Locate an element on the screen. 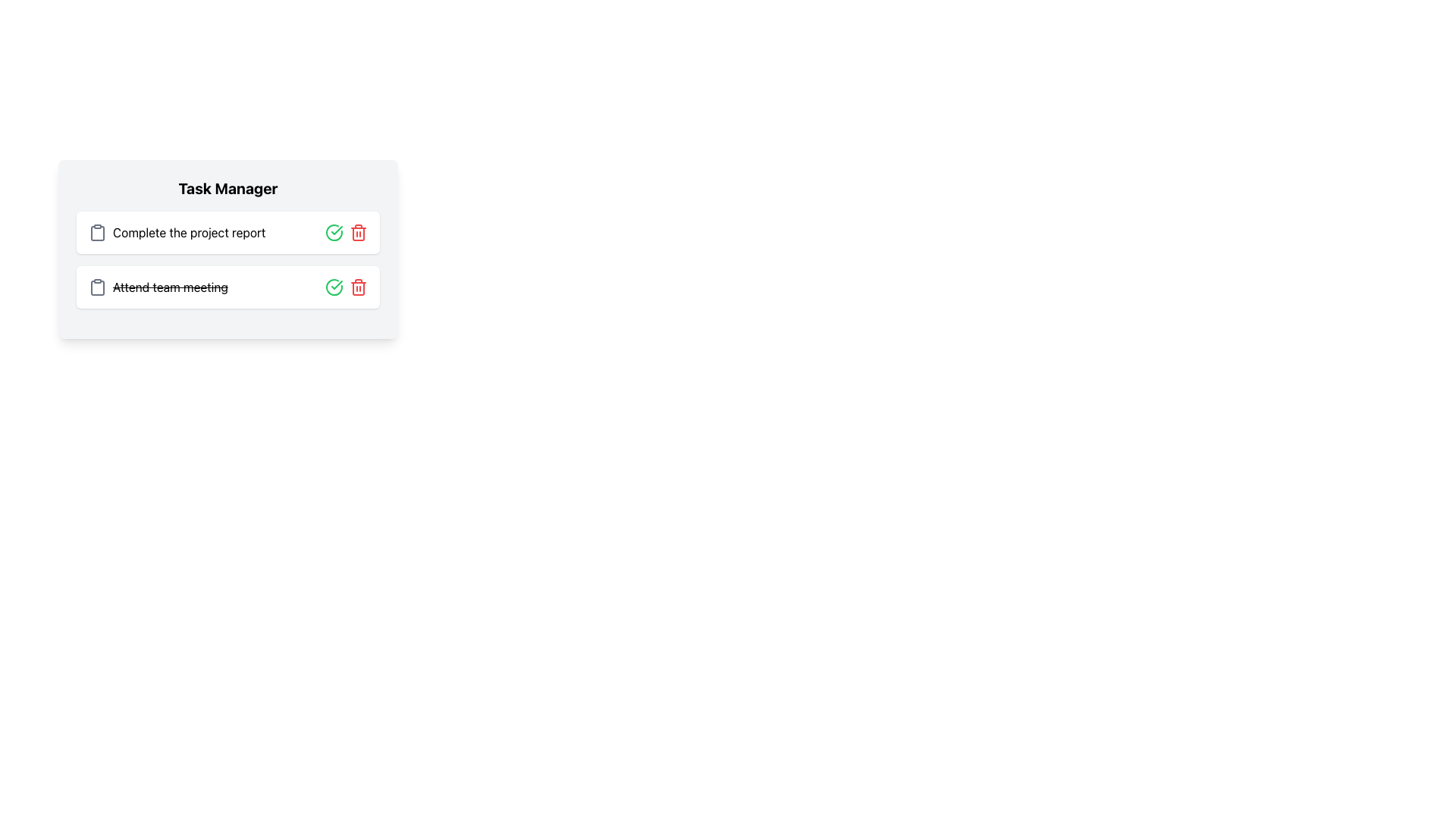 The image size is (1456, 819). task description from the first task item in the 'Task Manager' section, located directly below the 'Task Manager' title is located at coordinates (227, 233).